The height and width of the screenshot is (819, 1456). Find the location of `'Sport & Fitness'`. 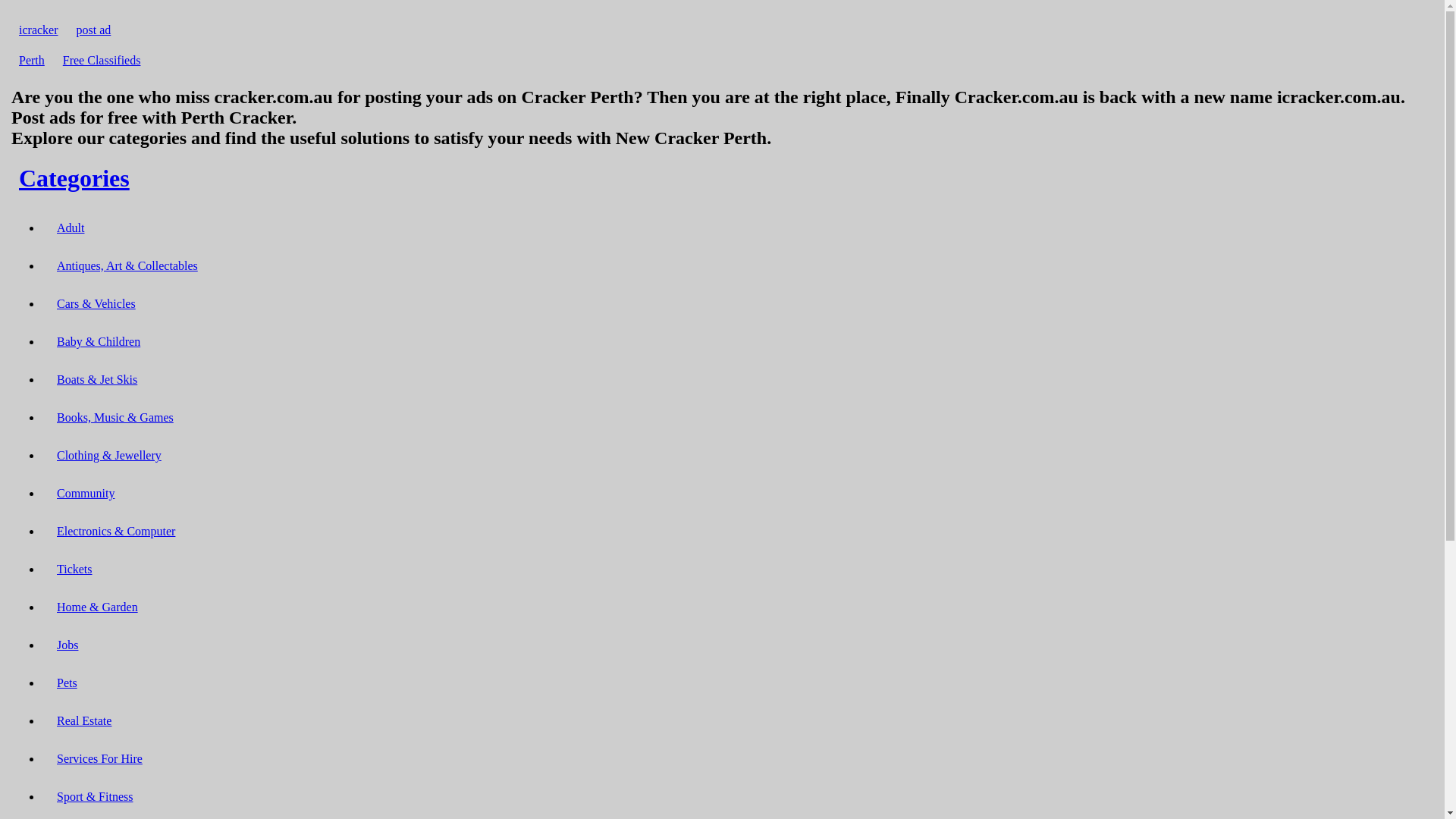

'Sport & Fitness' is located at coordinates (93, 795).